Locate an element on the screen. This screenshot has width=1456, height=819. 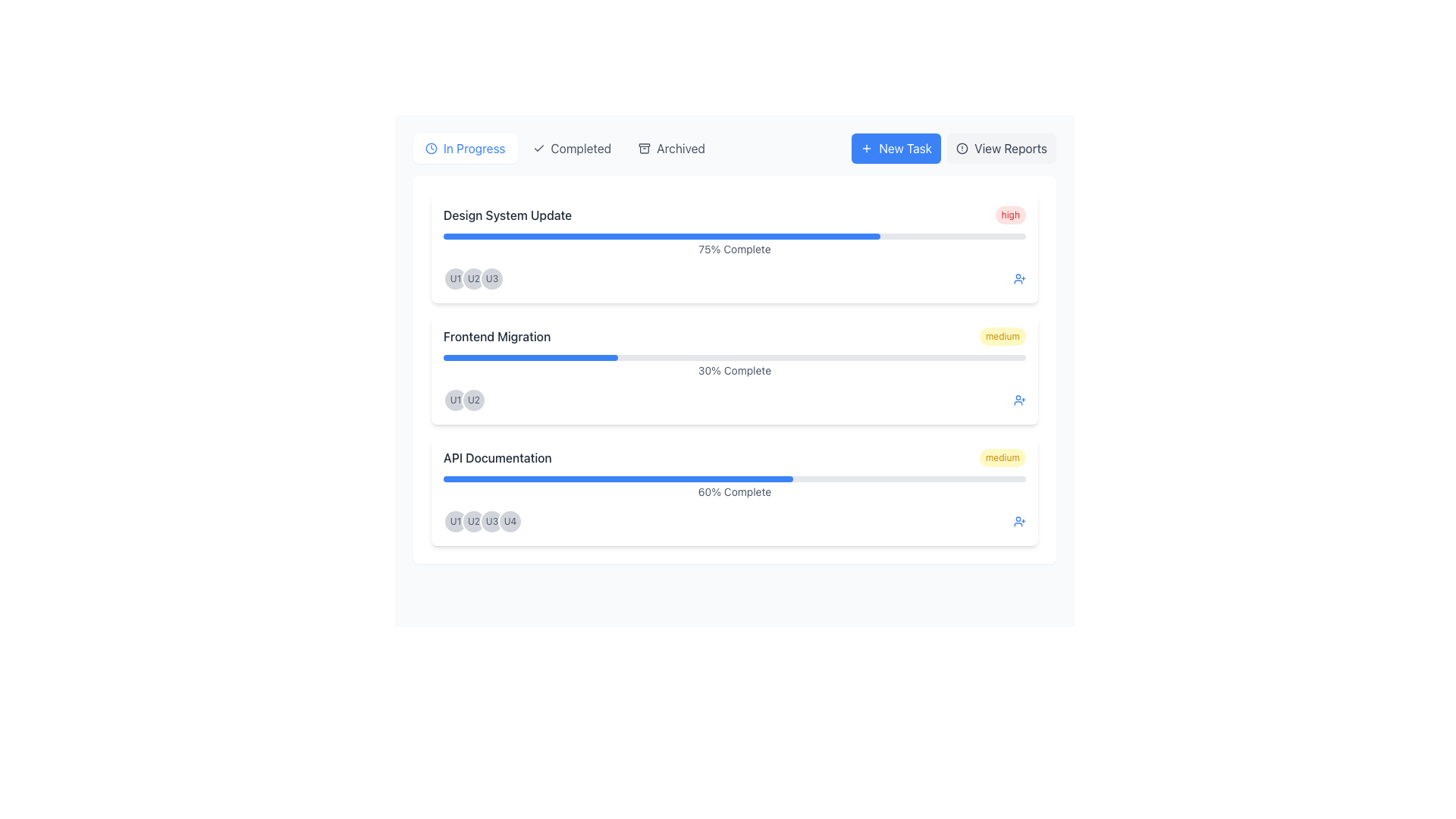
to select the 'In Progress' button, which is a rectangular button with rounded edges, a white background, blue text, and a clock icon on the left side is located at coordinates (464, 149).